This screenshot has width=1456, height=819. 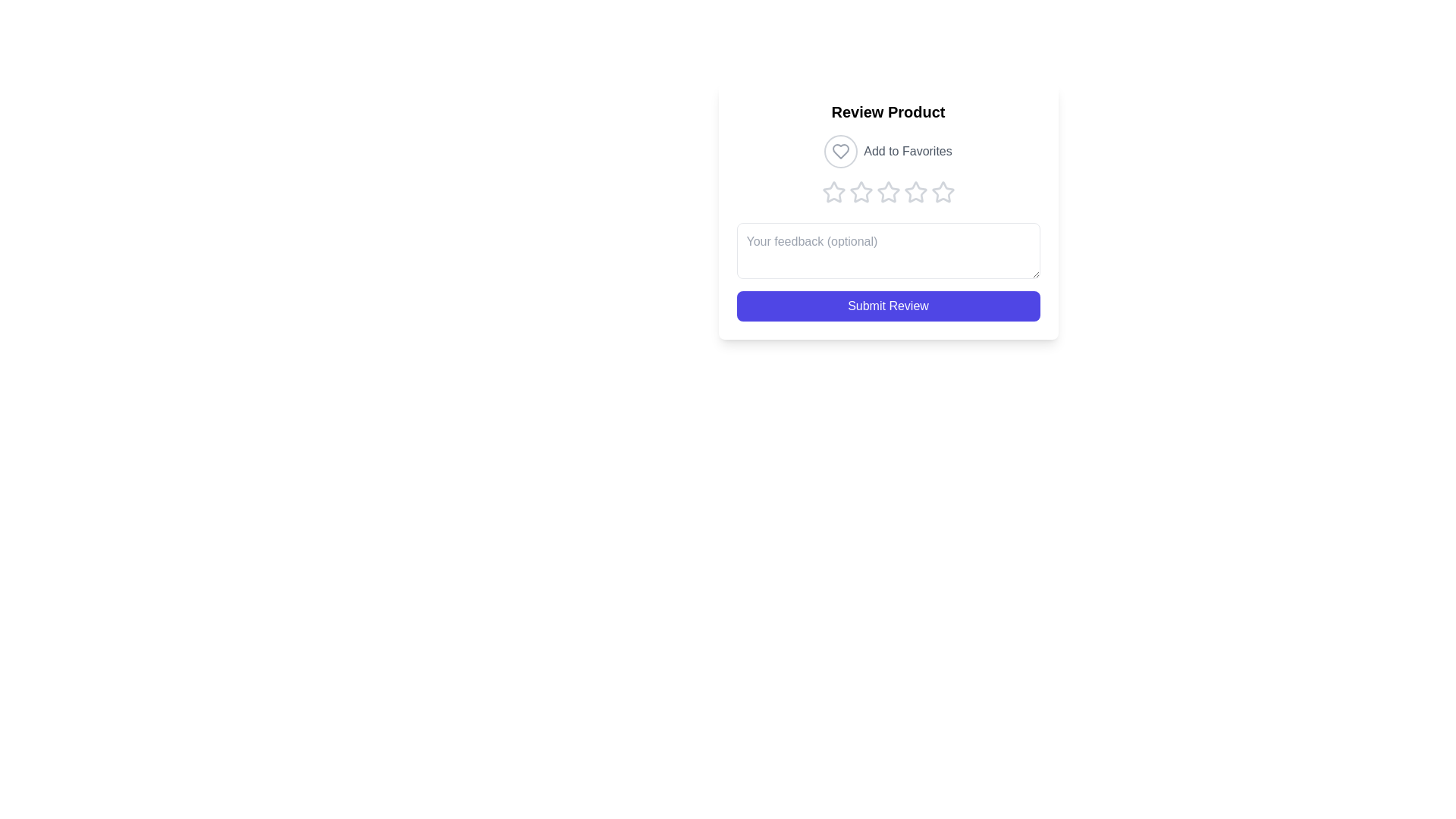 What do you see at coordinates (888, 152) in the screenshot?
I see `the favorite toggle button located beneath the 'Review Product' text and above the star icons` at bounding box center [888, 152].